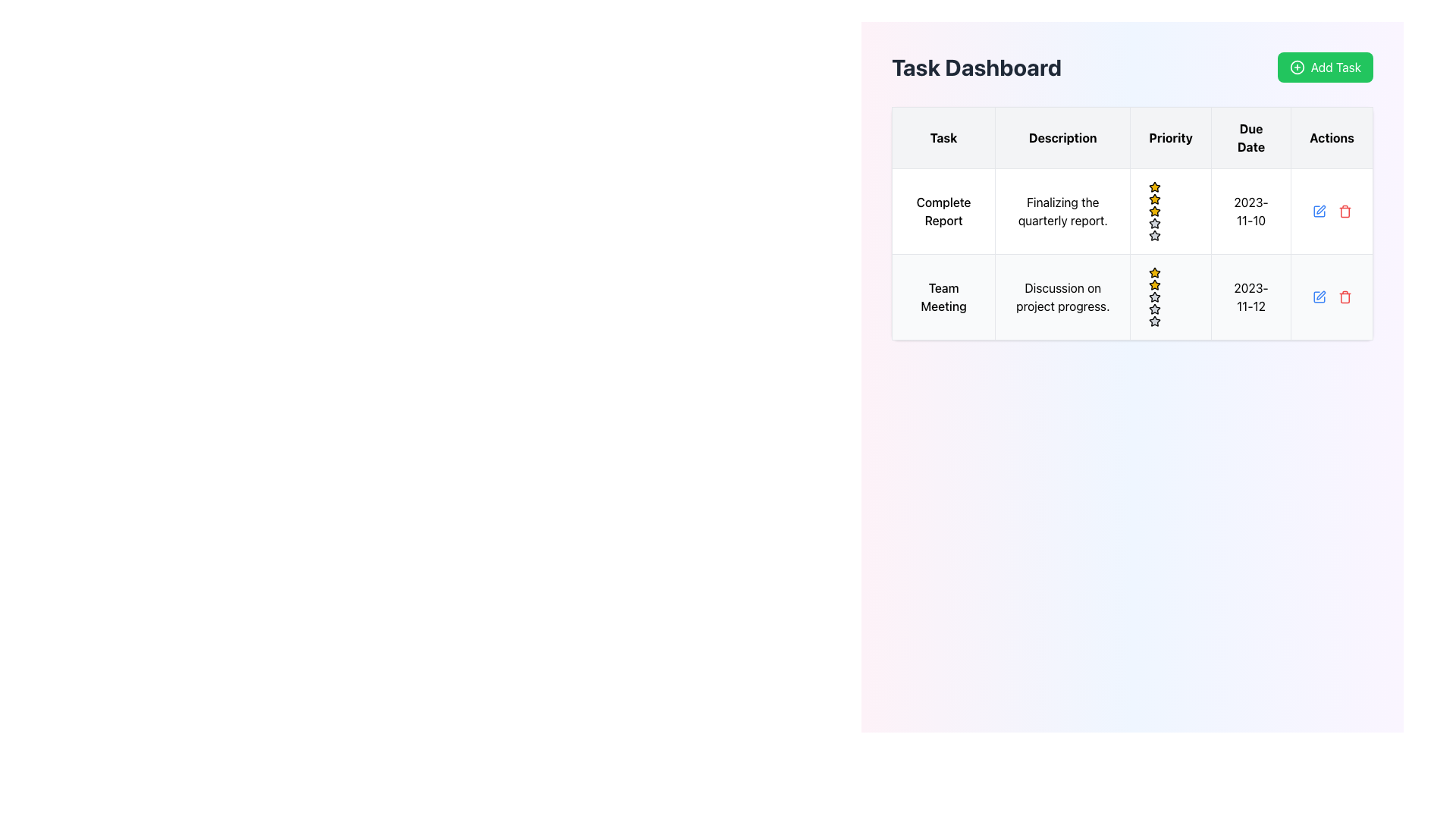 The image size is (1456, 819). I want to click on the 'Priority' column header text label, which is the third column header in the table, positioned between the 'Description' and 'Due Date' columns, so click(1170, 137).